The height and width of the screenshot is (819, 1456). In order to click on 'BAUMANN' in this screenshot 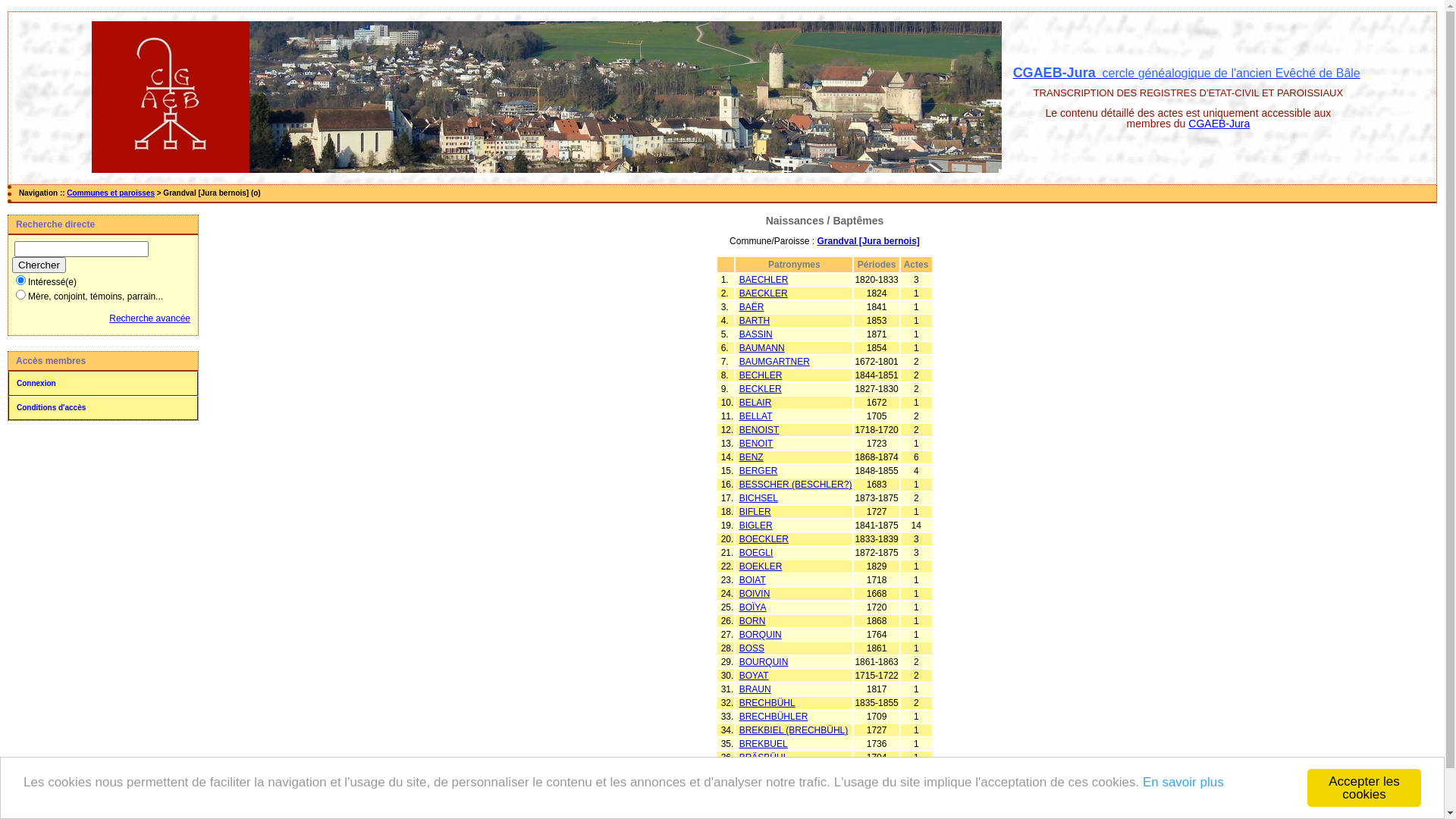, I will do `click(739, 348)`.